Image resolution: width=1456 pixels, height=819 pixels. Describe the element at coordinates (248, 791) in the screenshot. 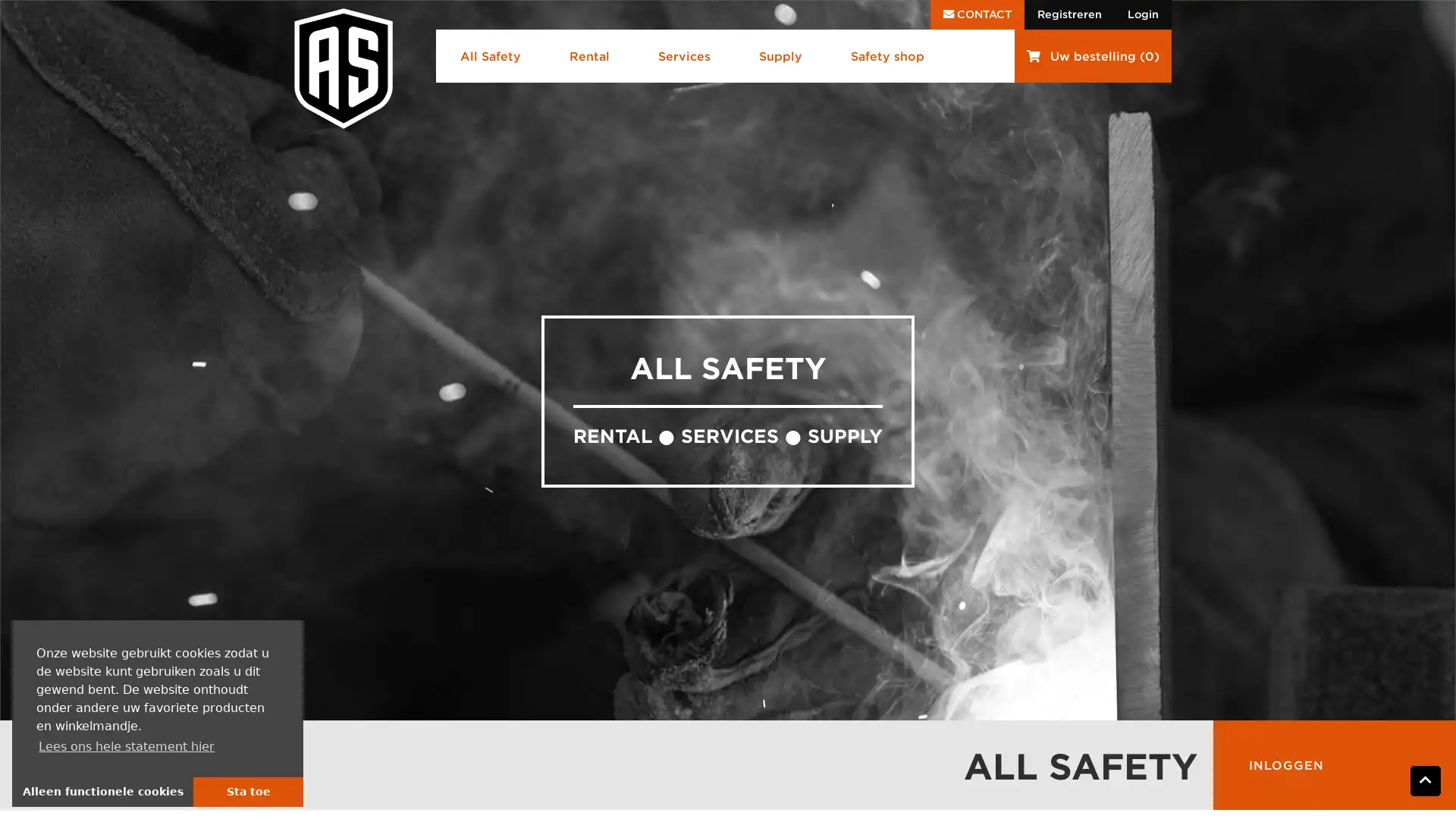

I see `allow cookies` at that location.